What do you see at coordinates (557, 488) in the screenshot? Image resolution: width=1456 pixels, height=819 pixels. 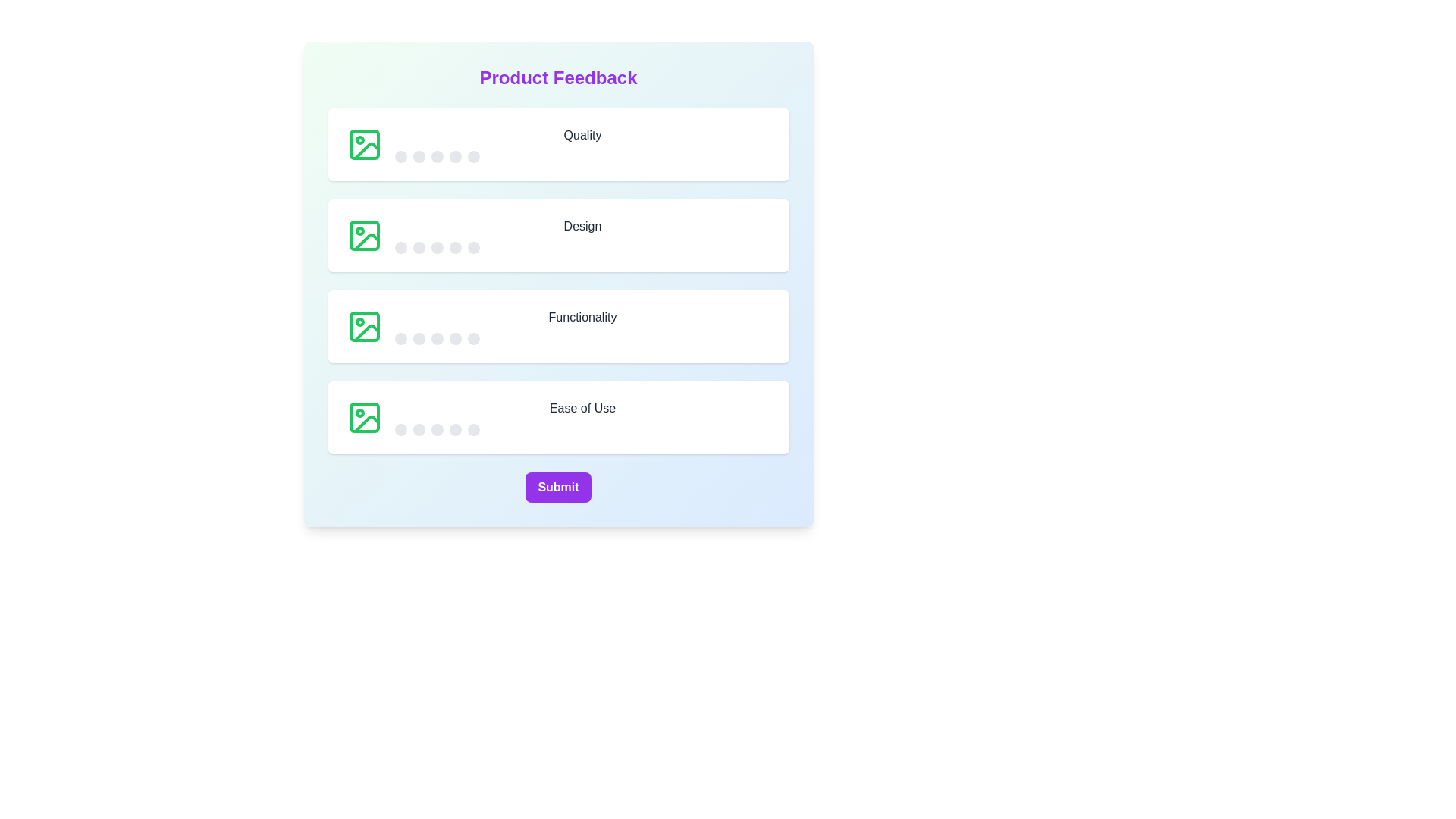 I see `'Submit' button to submit the feedback` at bounding box center [557, 488].